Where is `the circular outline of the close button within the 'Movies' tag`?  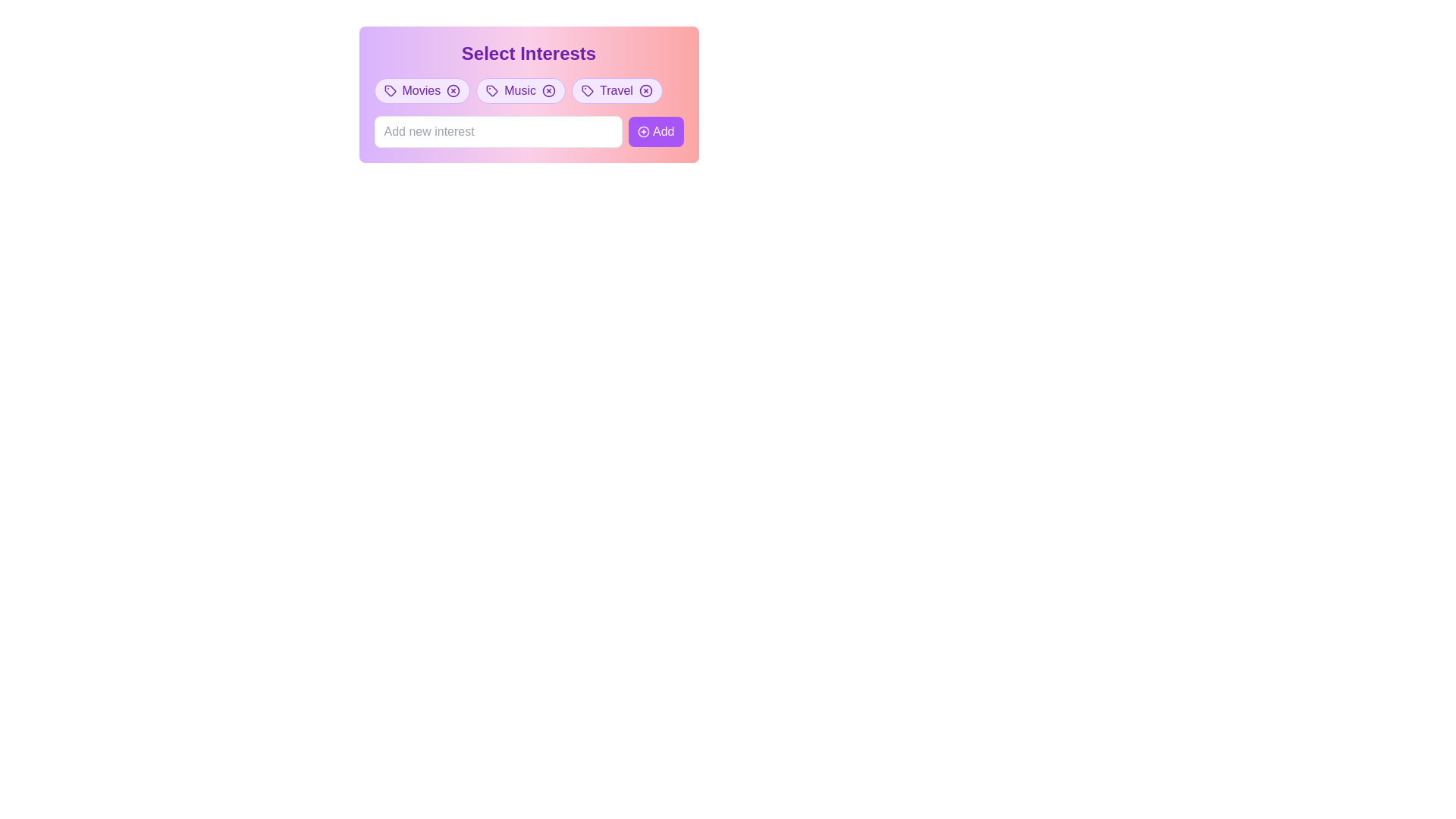 the circular outline of the close button within the 'Movies' tag is located at coordinates (453, 90).